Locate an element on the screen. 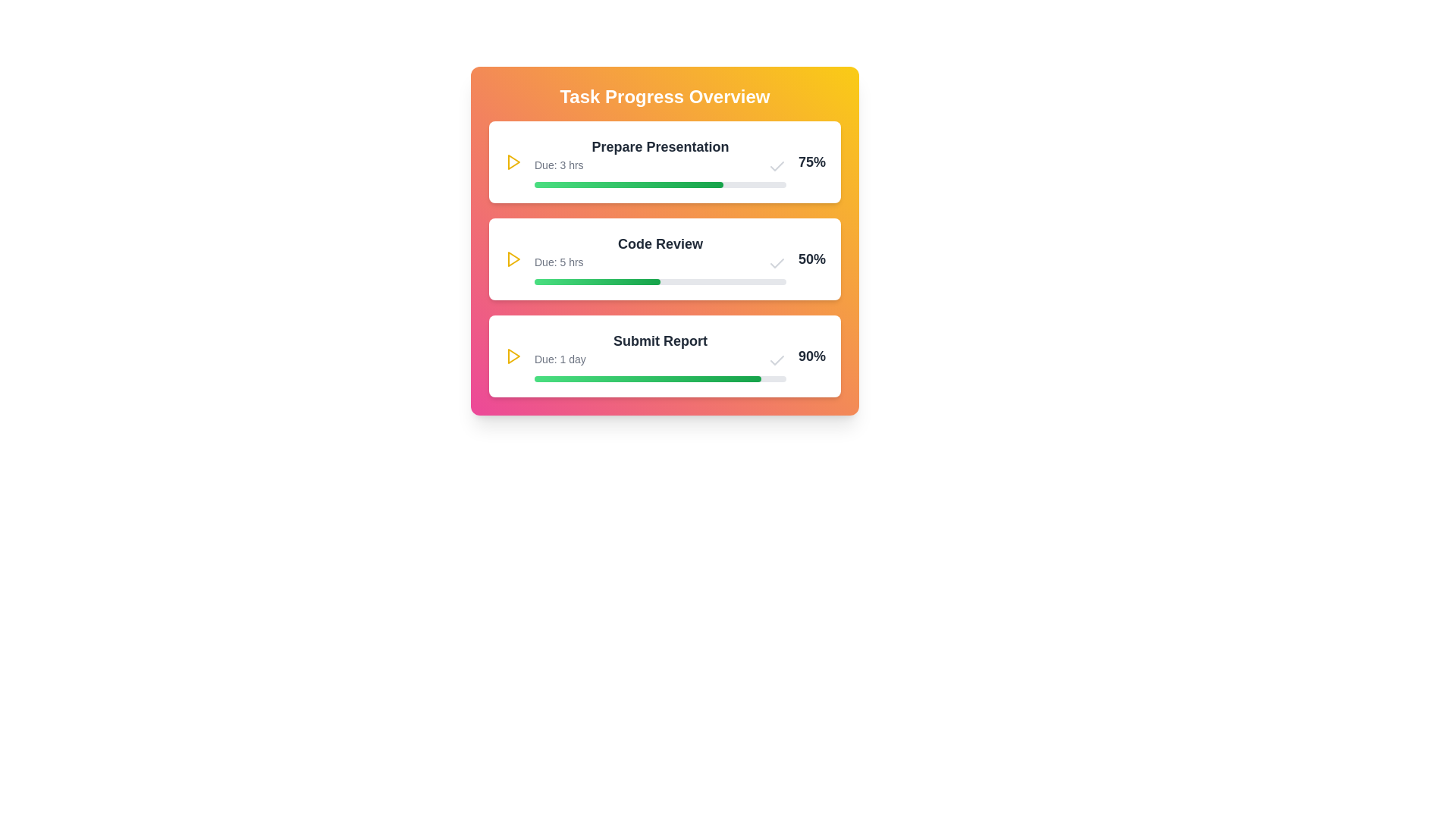  the static text label that serves as a title or identifier for an individual task, located in the topmost card of a list, just below the 'Task Progress Overview' heading is located at coordinates (660, 146).